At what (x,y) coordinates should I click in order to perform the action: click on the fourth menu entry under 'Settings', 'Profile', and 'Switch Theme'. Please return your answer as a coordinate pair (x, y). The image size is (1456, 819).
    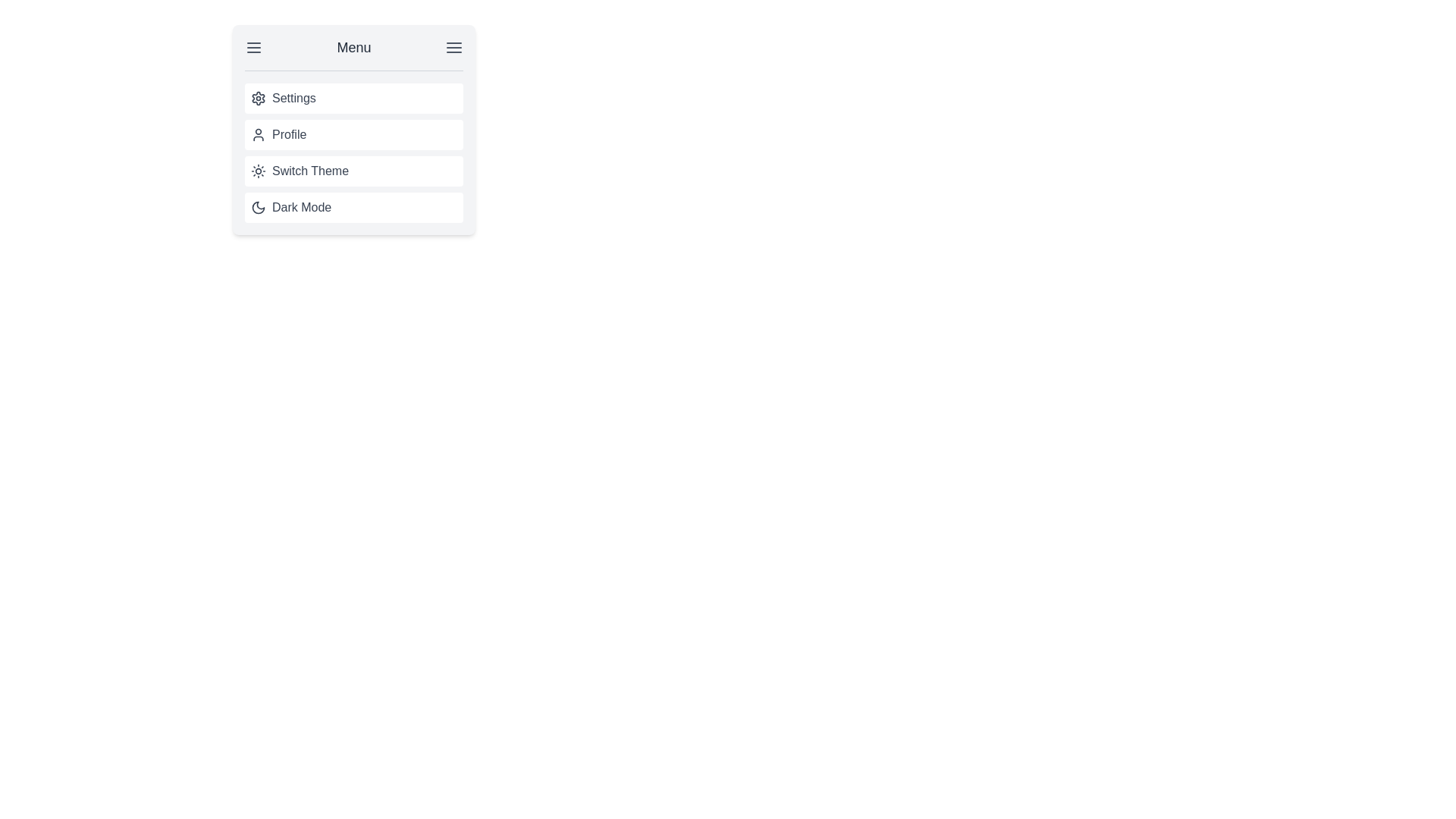
    Looking at the image, I should click on (353, 207).